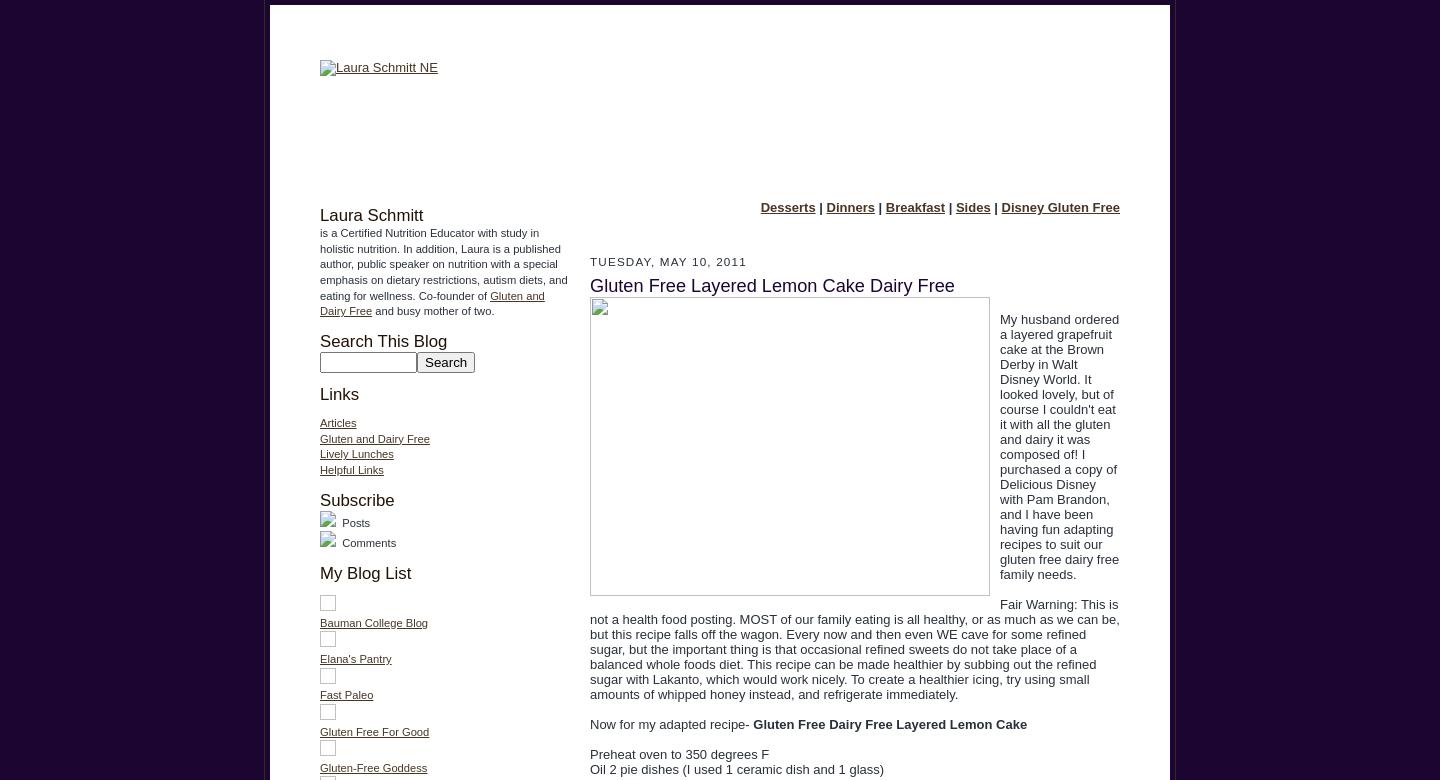  Describe the element at coordinates (735, 768) in the screenshot. I see `'Oil 2 pie dishes (I used 1 ceramic dish and 1 glass)'` at that location.